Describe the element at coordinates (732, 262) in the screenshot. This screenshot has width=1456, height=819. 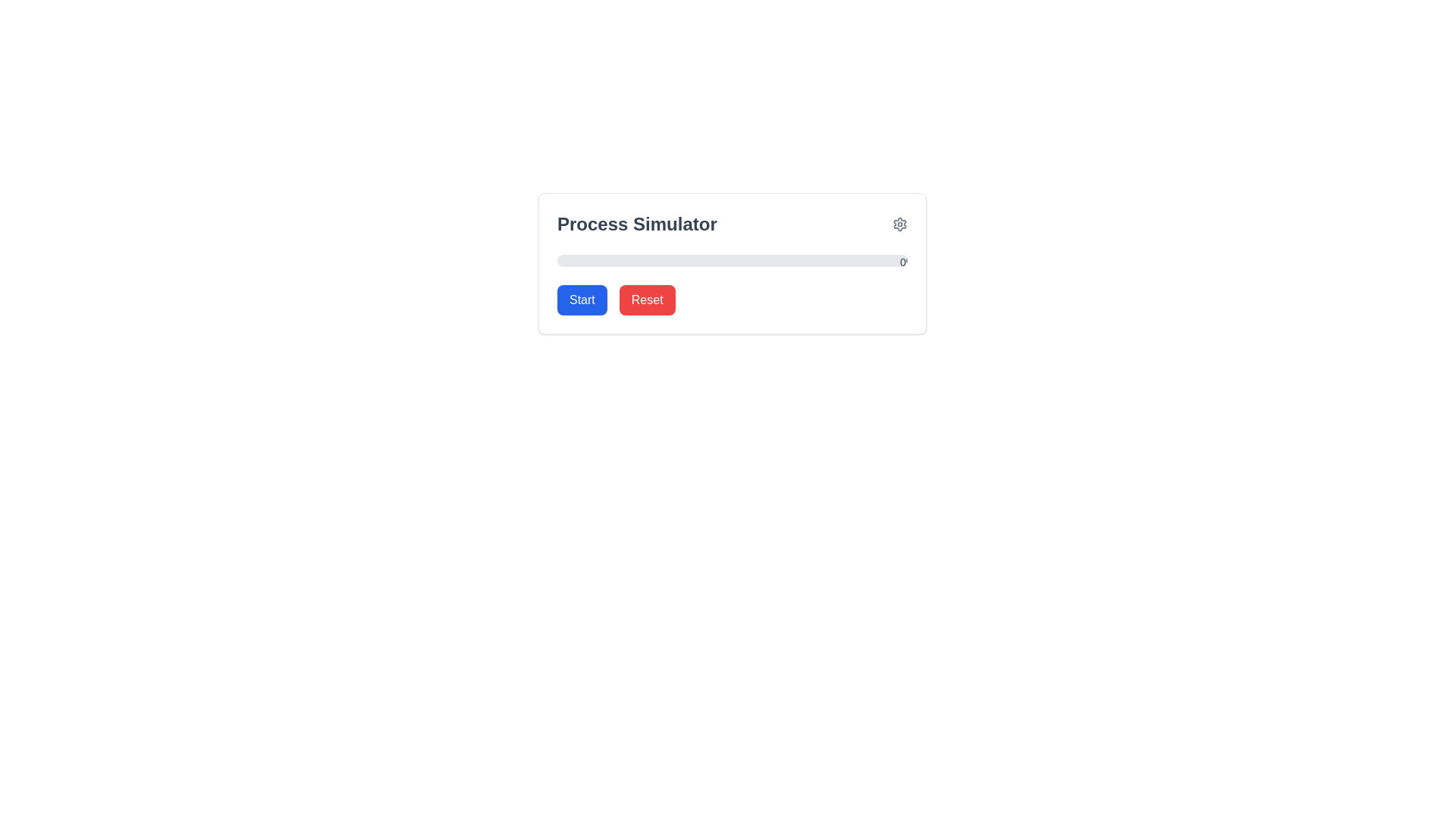
I see `the progress on the progress bar located centrally within the process simulation interface, situated below the header text` at that location.